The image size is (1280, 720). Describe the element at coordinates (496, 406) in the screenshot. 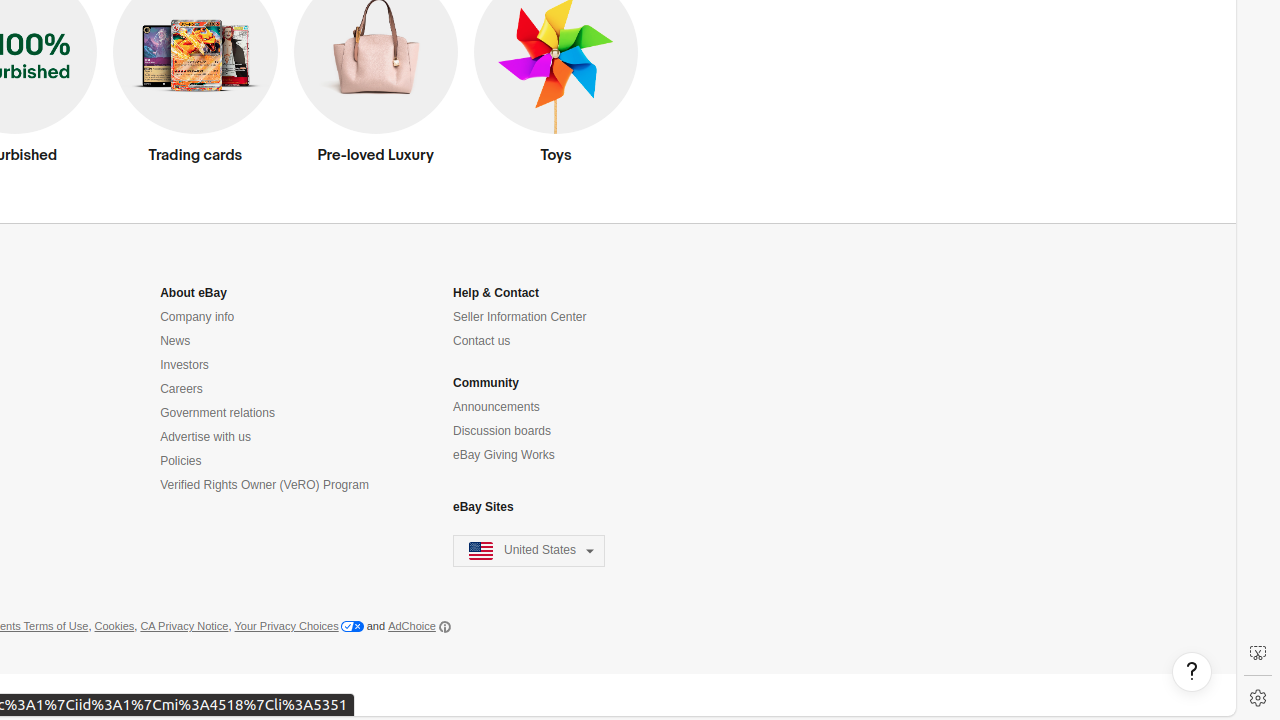

I see `'Announcements'` at that location.